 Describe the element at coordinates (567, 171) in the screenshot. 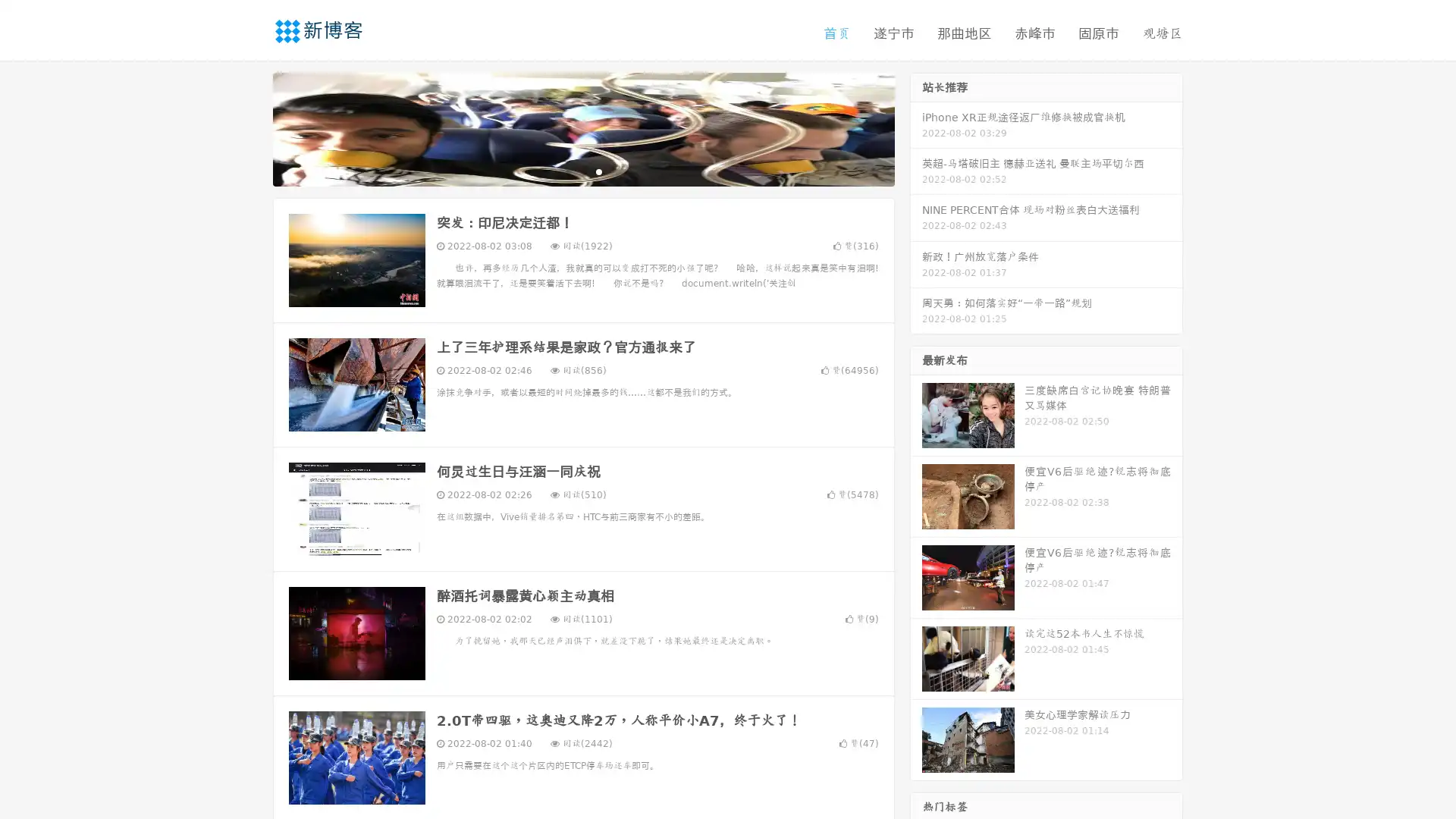

I see `Go to slide 1` at that location.